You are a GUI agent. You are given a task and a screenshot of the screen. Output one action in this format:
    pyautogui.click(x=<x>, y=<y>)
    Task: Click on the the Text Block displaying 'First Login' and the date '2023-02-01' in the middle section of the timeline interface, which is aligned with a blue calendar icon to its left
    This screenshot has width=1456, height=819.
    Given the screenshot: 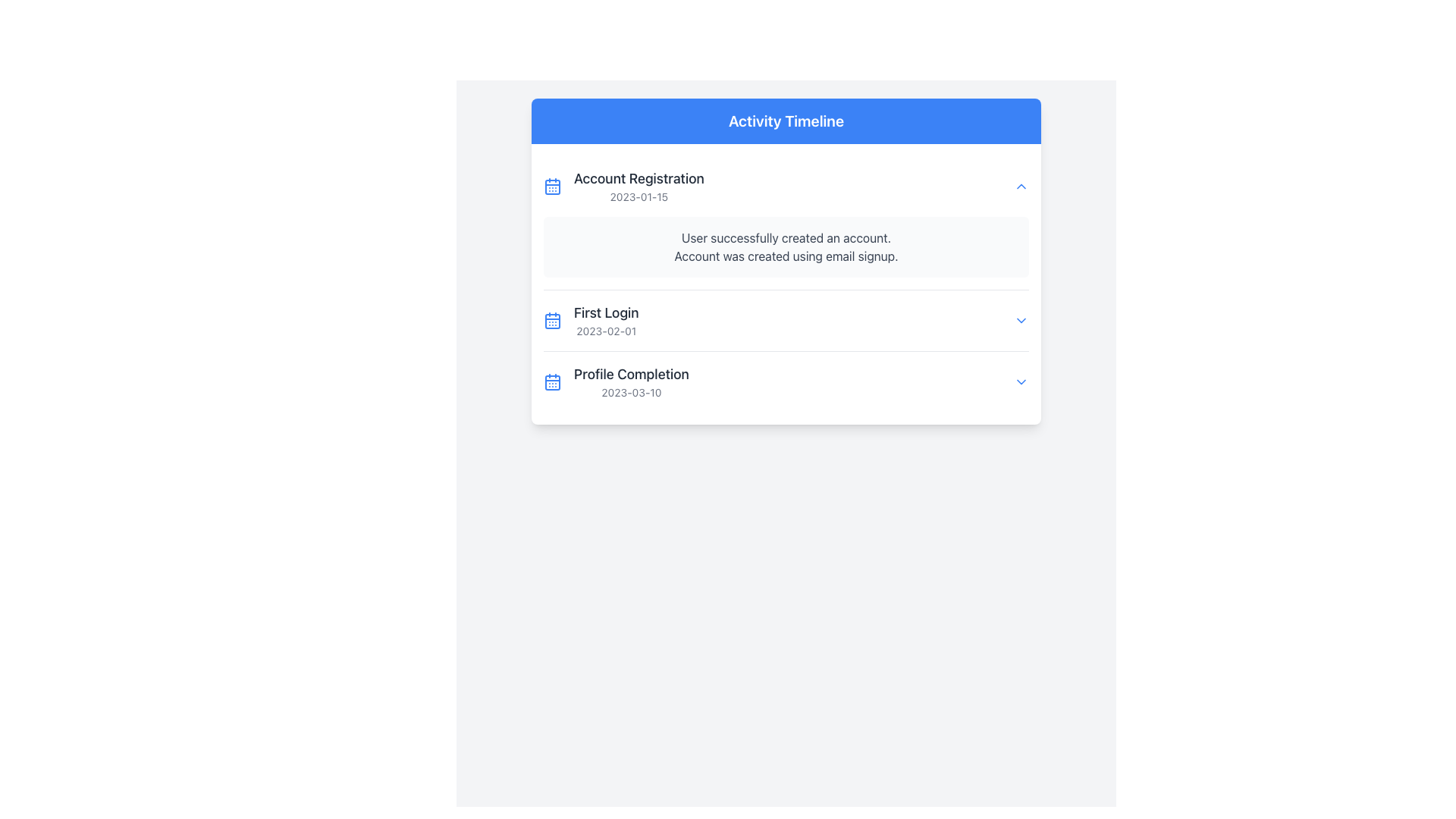 What is the action you would take?
    pyautogui.click(x=605, y=320)
    